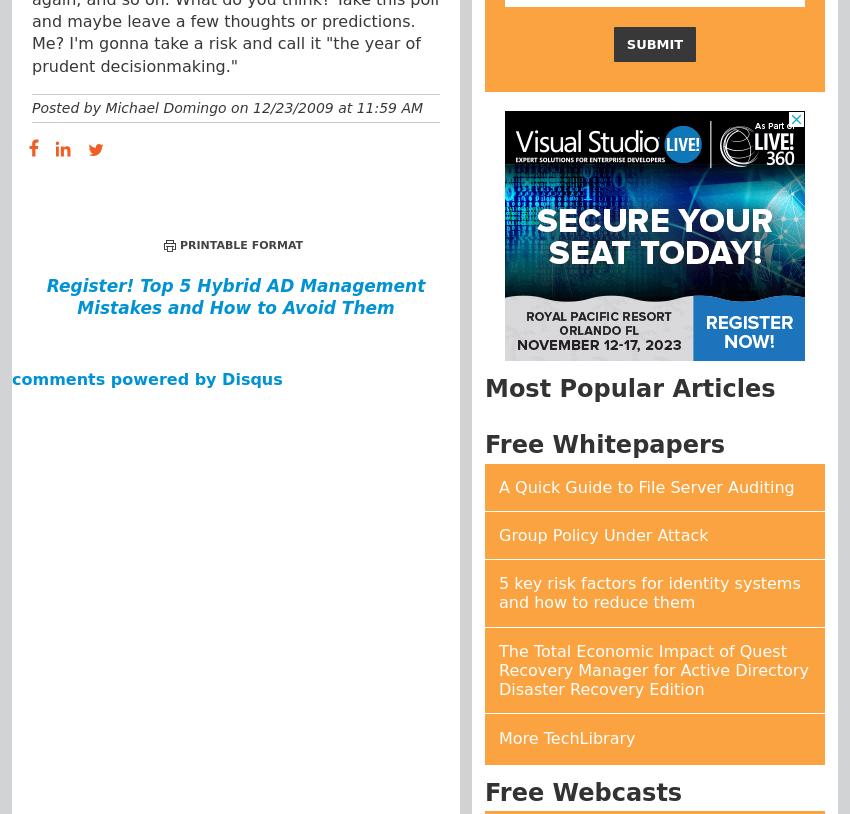  I want to click on 'A Quick Guide to File Server Auditing', so click(646, 485).